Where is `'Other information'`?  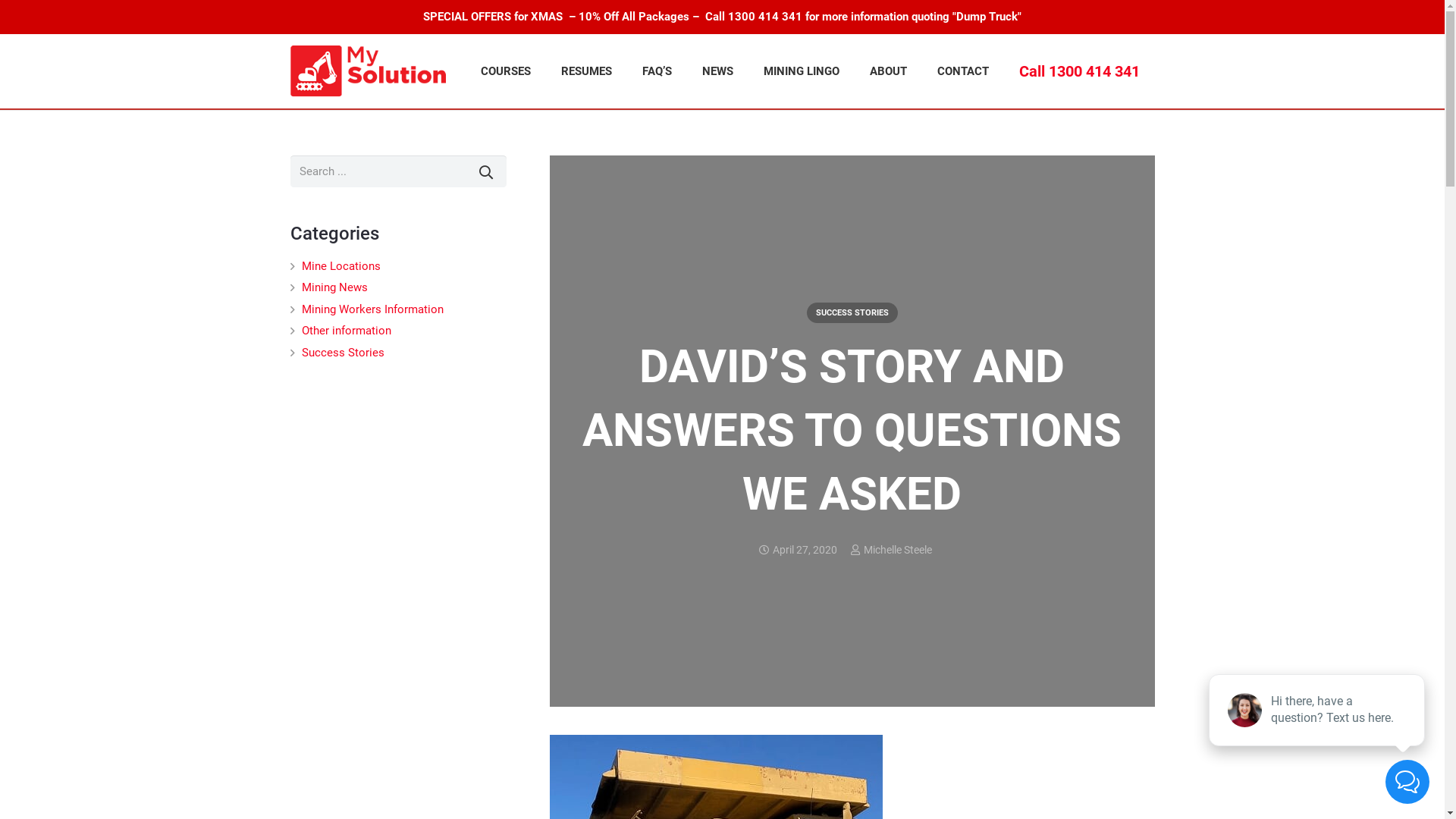 'Other information' is located at coordinates (345, 329).